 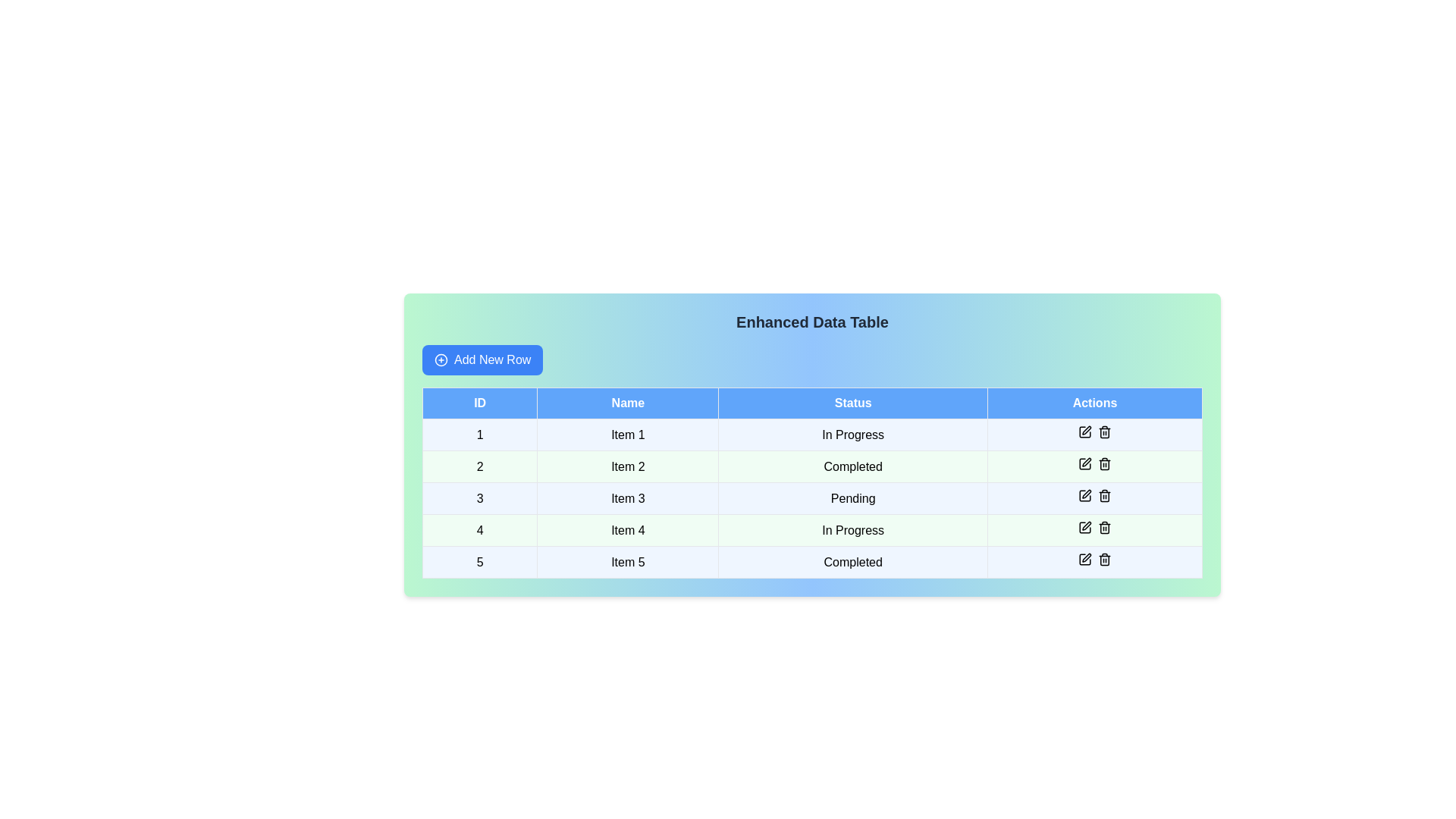 What do you see at coordinates (1104, 559) in the screenshot?
I see `the trash bin icon button located in the last row of the data table under the 'Actions' column` at bounding box center [1104, 559].